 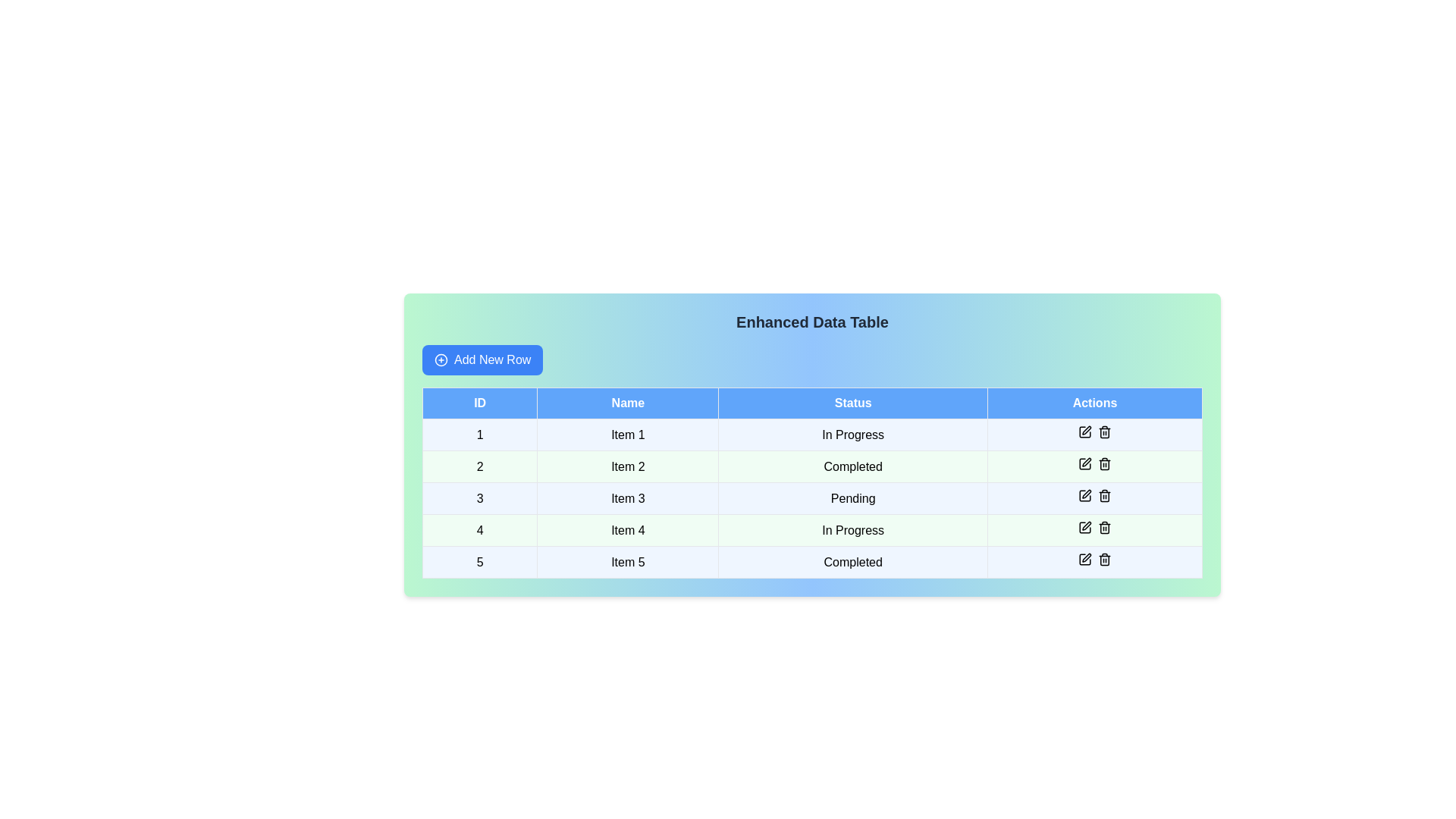 What do you see at coordinates (1104, 559) in the screenshot?
I see `the trash bin icon button located in the last row of the data table under the 'Actions' column` at bounding box center [1104, 559].